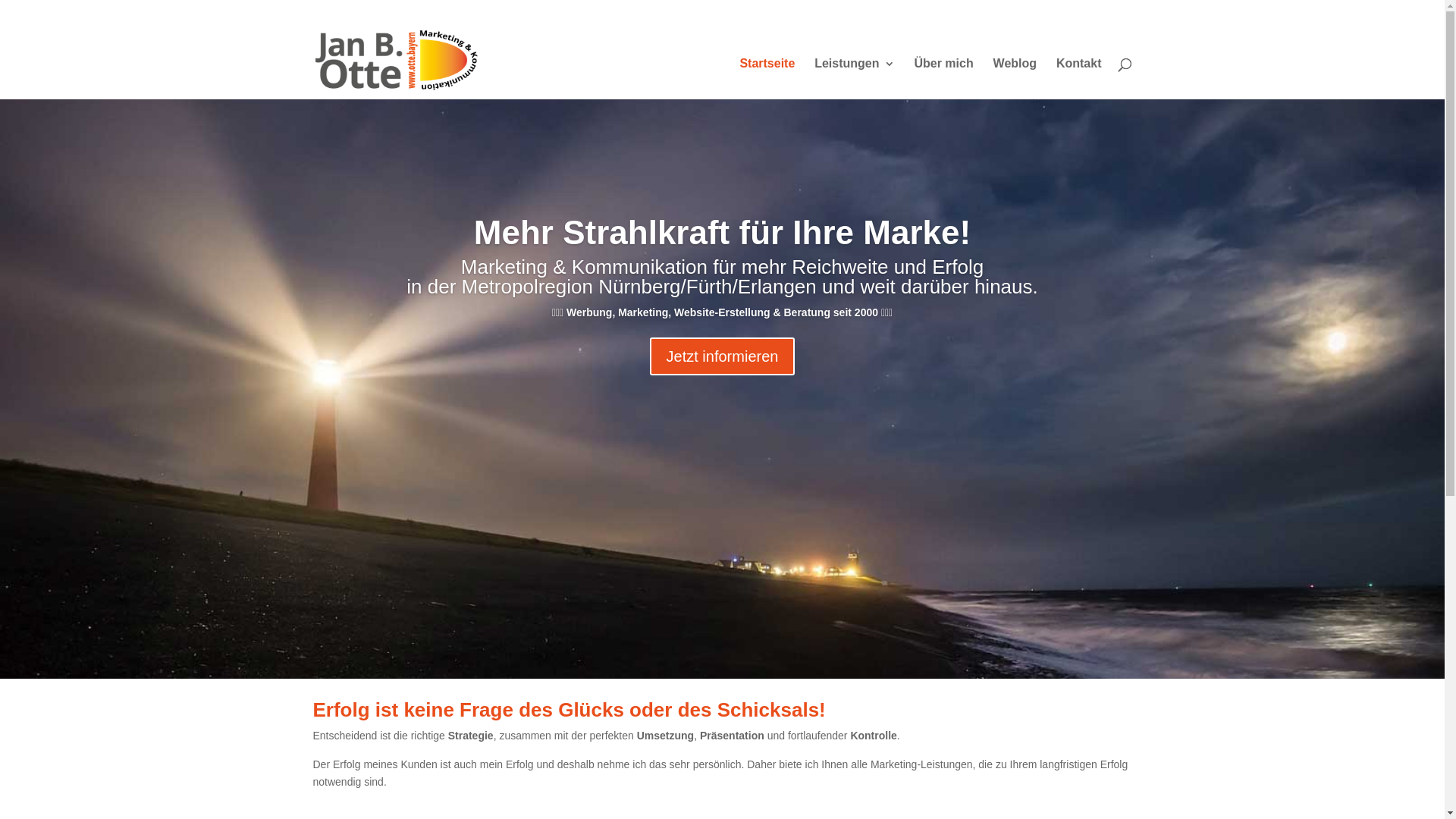 Image resolution: width=1456 pixels, height=819 pixels. I want to click on 'Kontakt', so click(1078, 79).